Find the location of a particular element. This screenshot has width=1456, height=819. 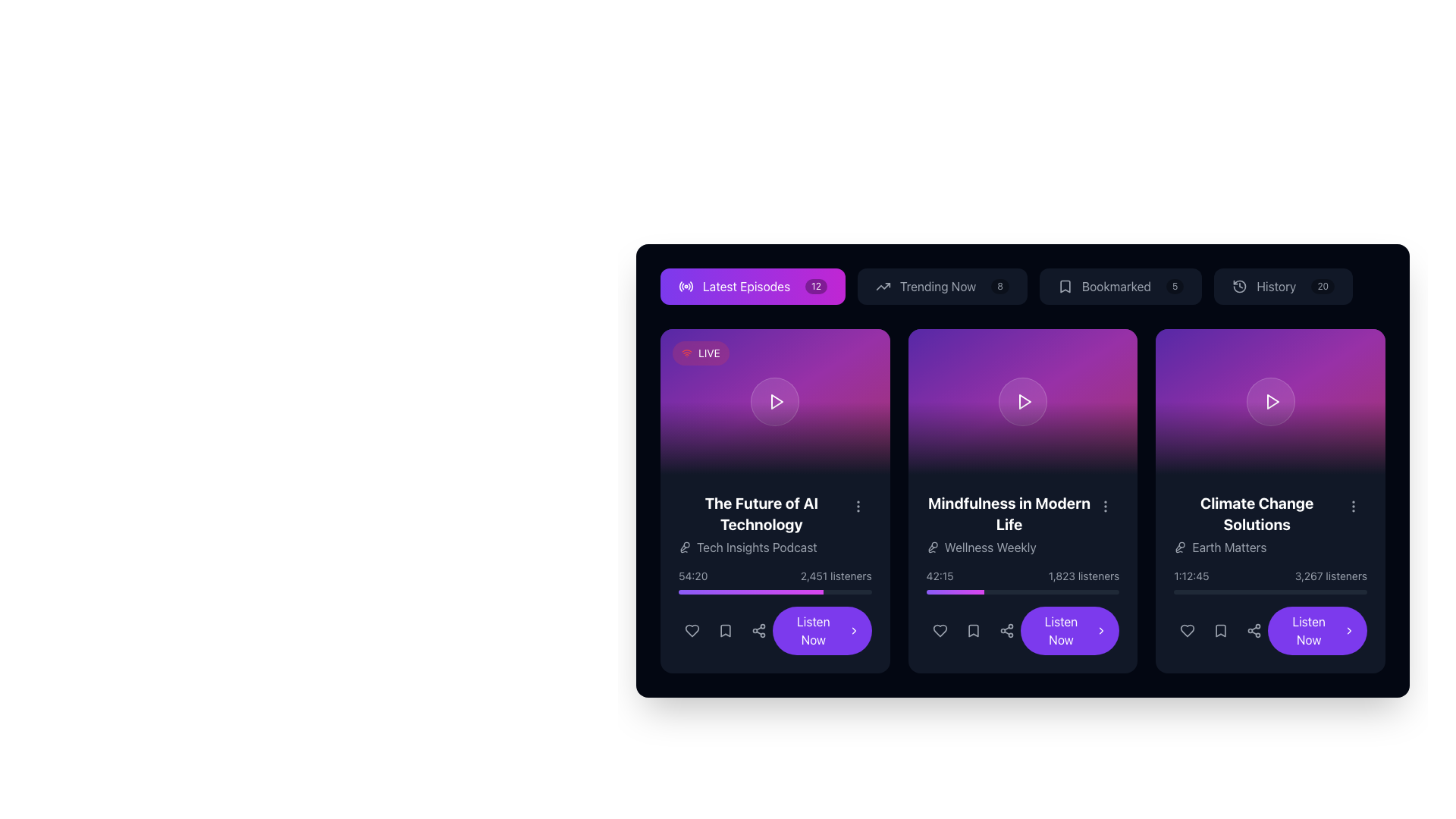

keyboard navigation is located at coordinates (775, 631).